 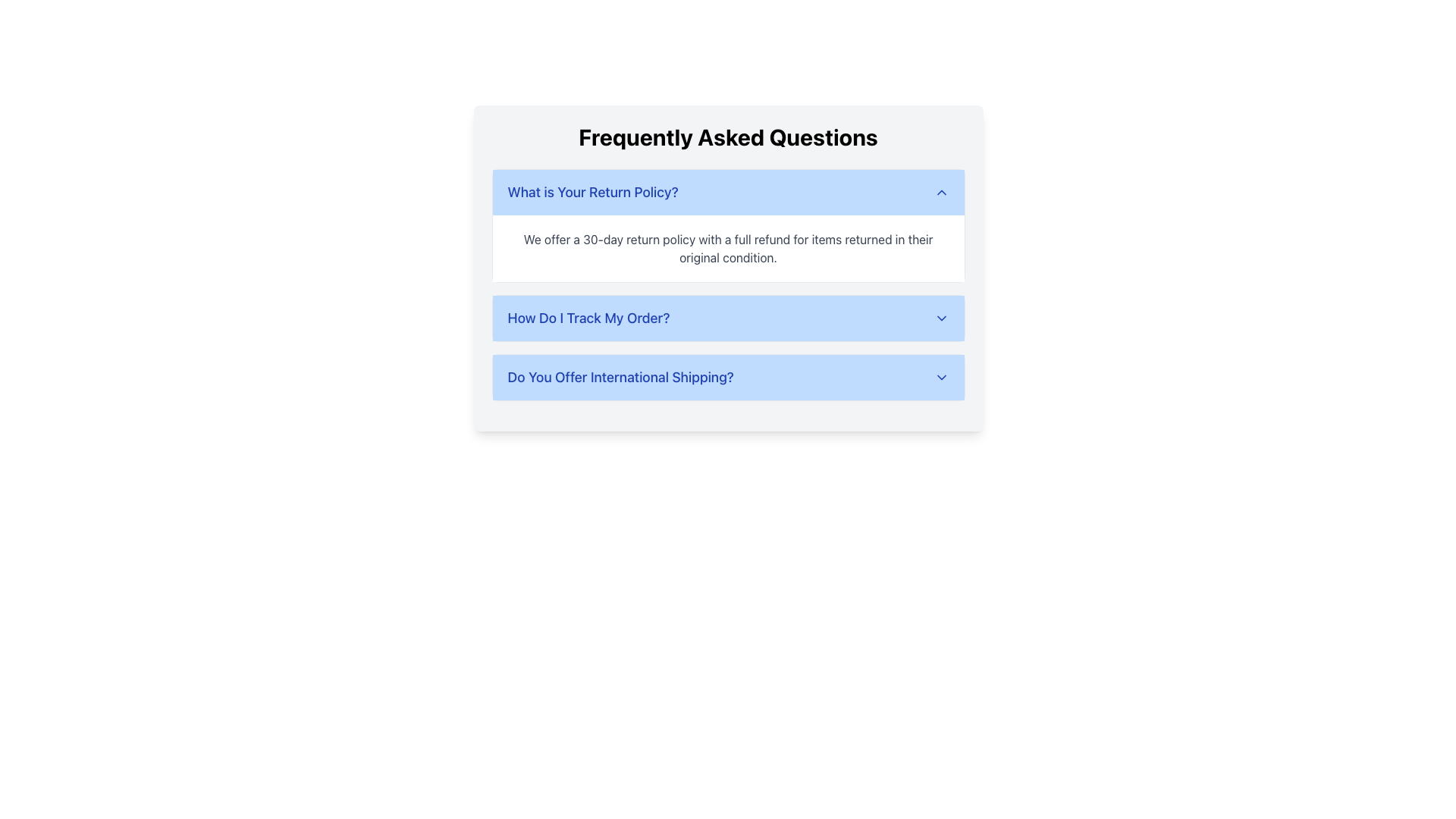 I want to click on the text block displaying 'We offer a 30-day return policy with a full refund for items returned in their original condition.' located below the 'What is Your Return Policy?' section in the FAQ interface, so click(x=728, y=247).